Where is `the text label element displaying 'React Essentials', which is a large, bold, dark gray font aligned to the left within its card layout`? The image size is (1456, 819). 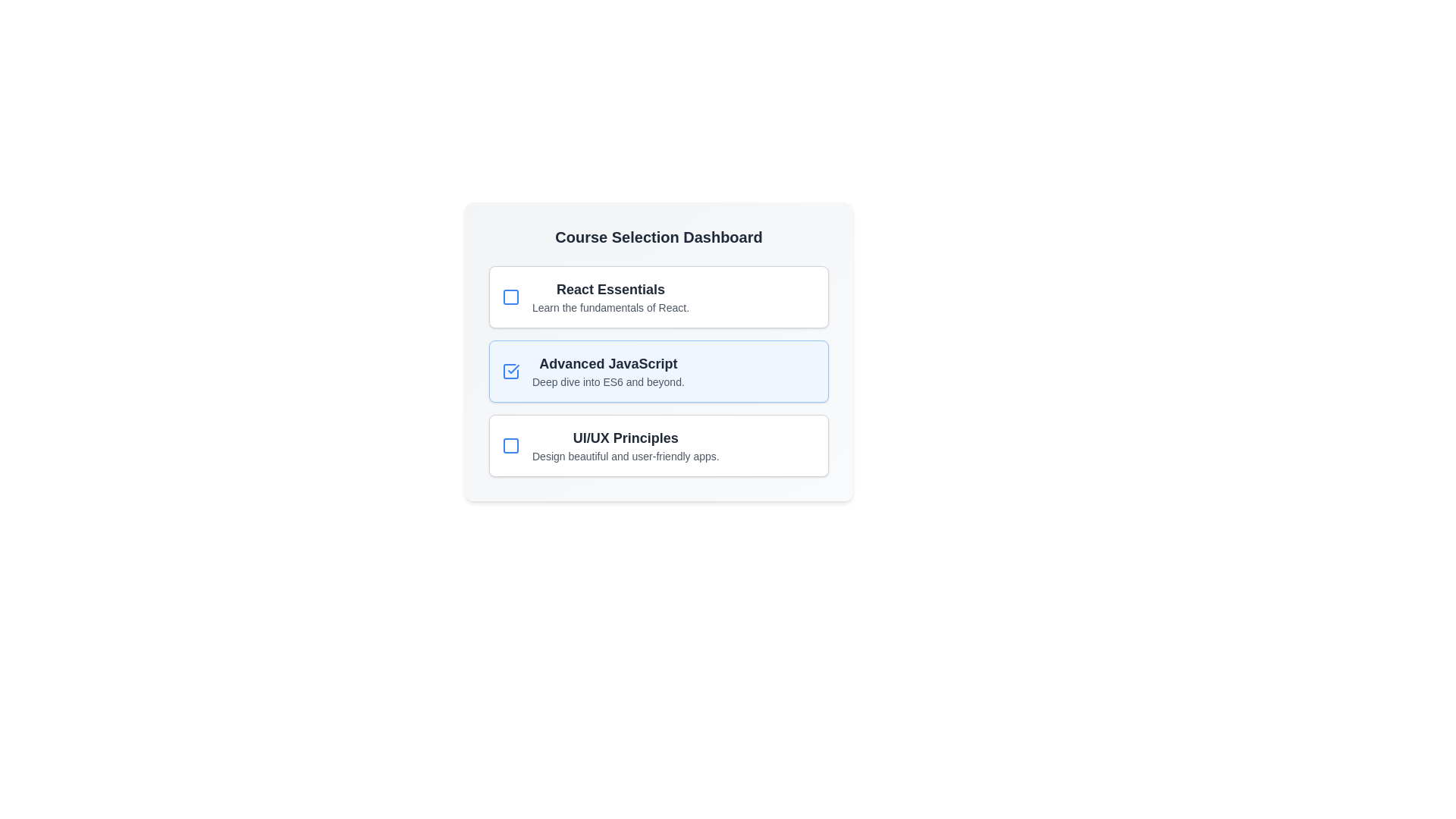 the text label element displaying 'React Essentials', which is a large, bold, dark gray font aligned to the left within its card layout is located at coordinates (610, 289).